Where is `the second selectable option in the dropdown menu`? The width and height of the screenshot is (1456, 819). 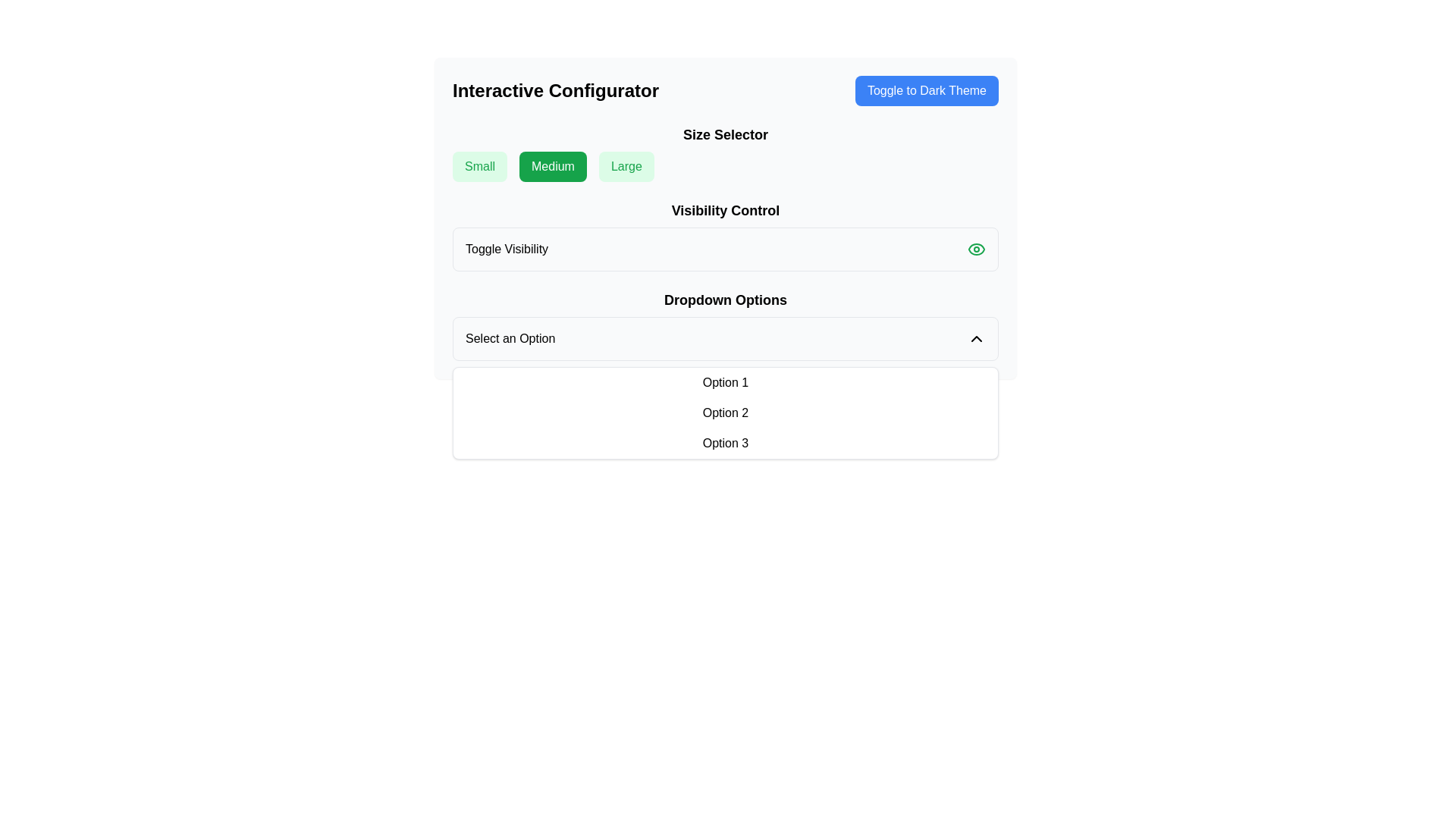
the second selectable option in the dropdown menu is located at coordinates (724, 413).